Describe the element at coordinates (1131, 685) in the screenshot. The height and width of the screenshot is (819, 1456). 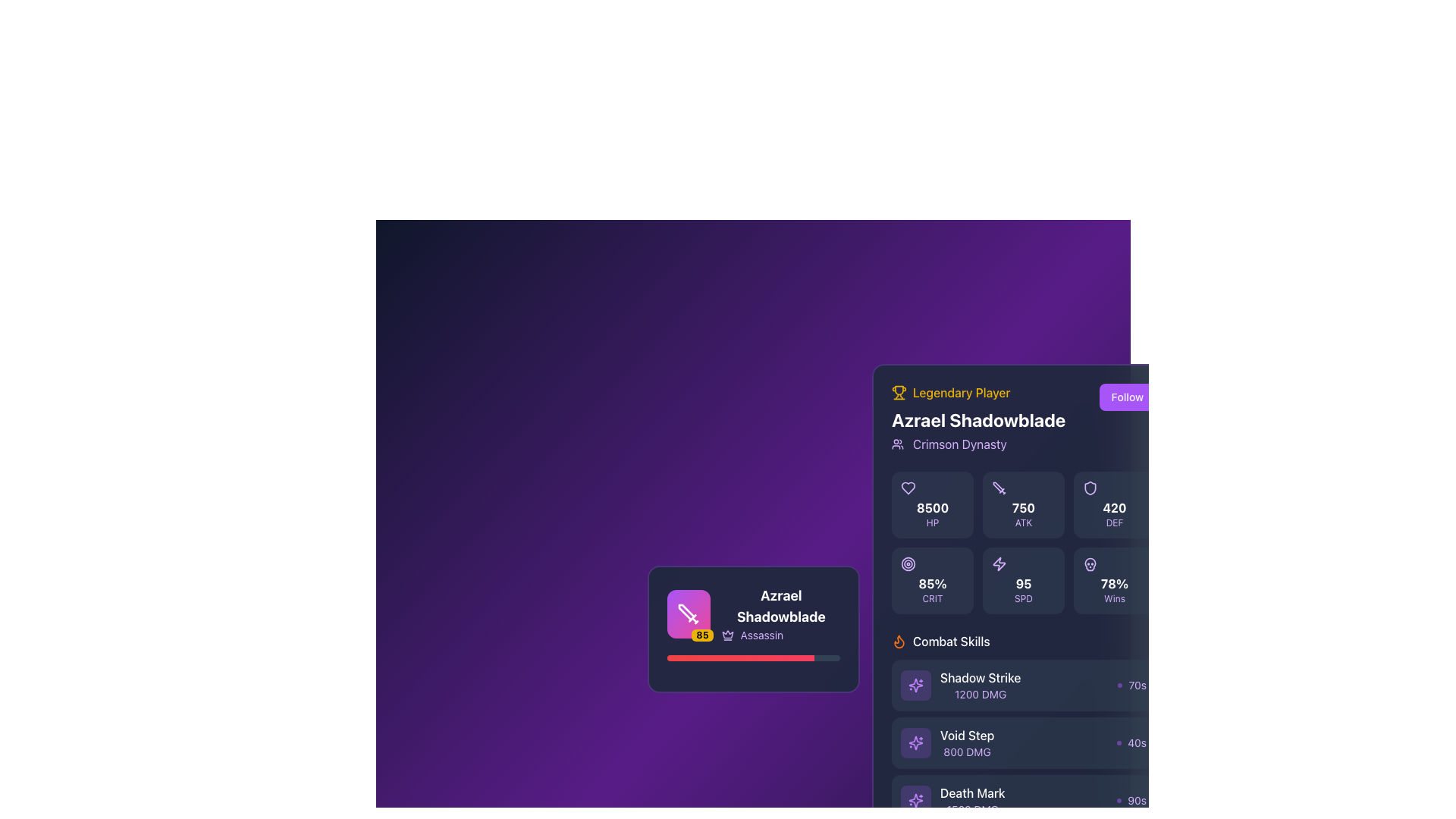
I see `the Label with an icon indicating the duration or cooldown timer for the 'Shadow Strike' skill, located to the right of the 'Shadow Strike 1200 DMG' text in the bottom-right corner of the Combat Skills section` at that location.